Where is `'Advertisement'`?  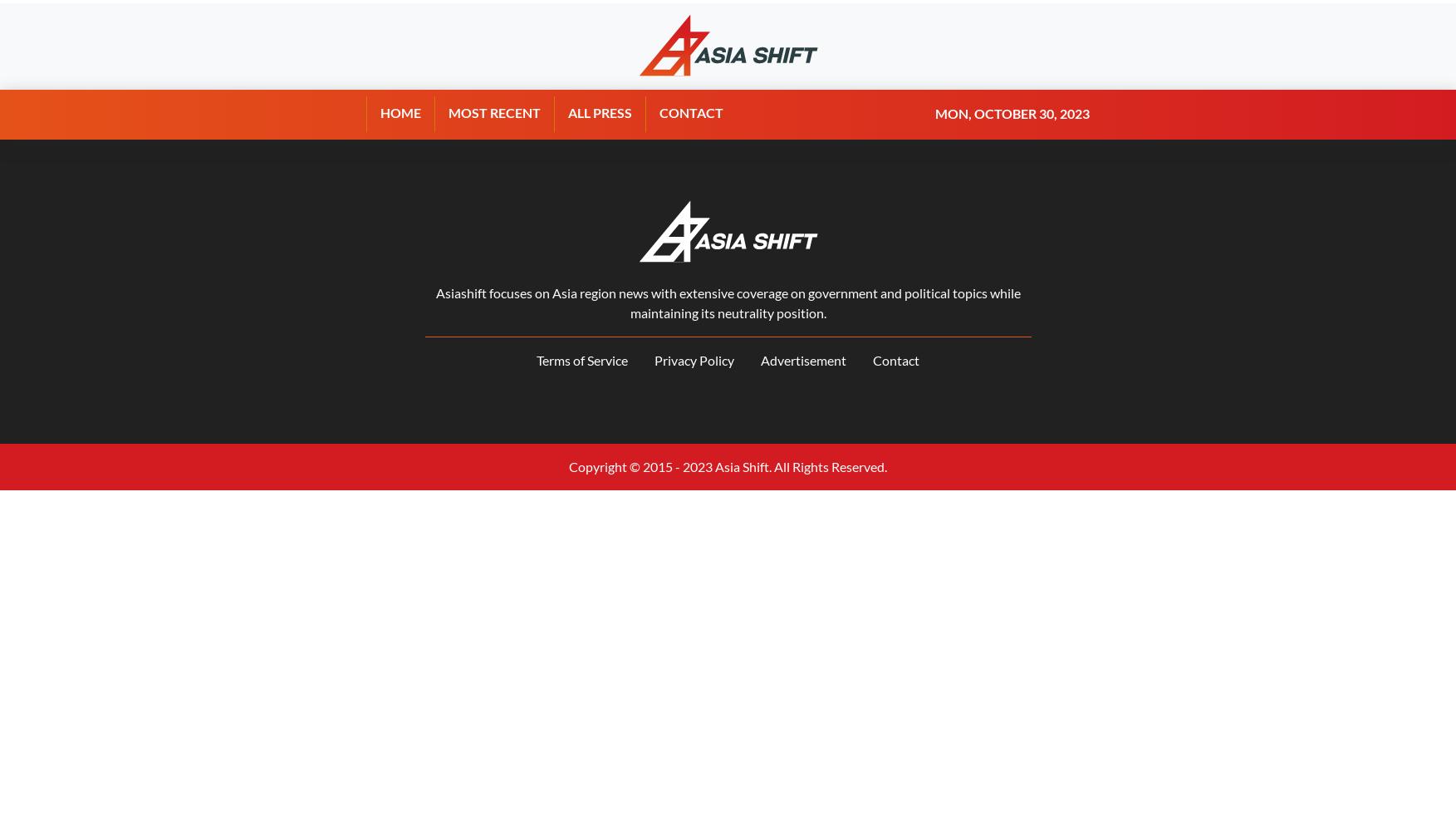 'Advertisement' is located at coordinates (803, 360).